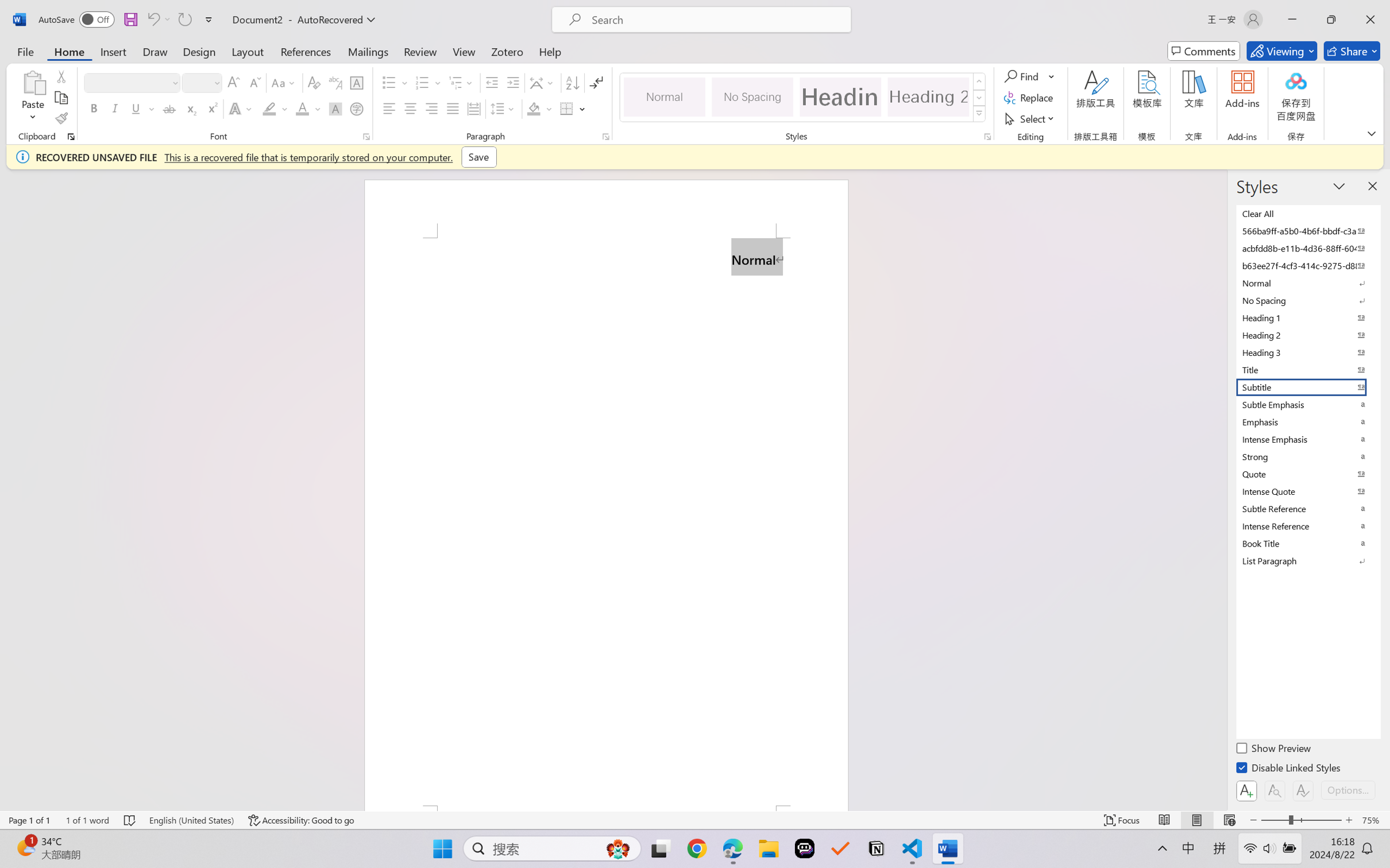 The width and height of the screenshot is (1390, 868). What do you see at coordinates (1339, 185) in the screenshot?
I see `'Task Pane Options'` at bounding box center [1339, 185].